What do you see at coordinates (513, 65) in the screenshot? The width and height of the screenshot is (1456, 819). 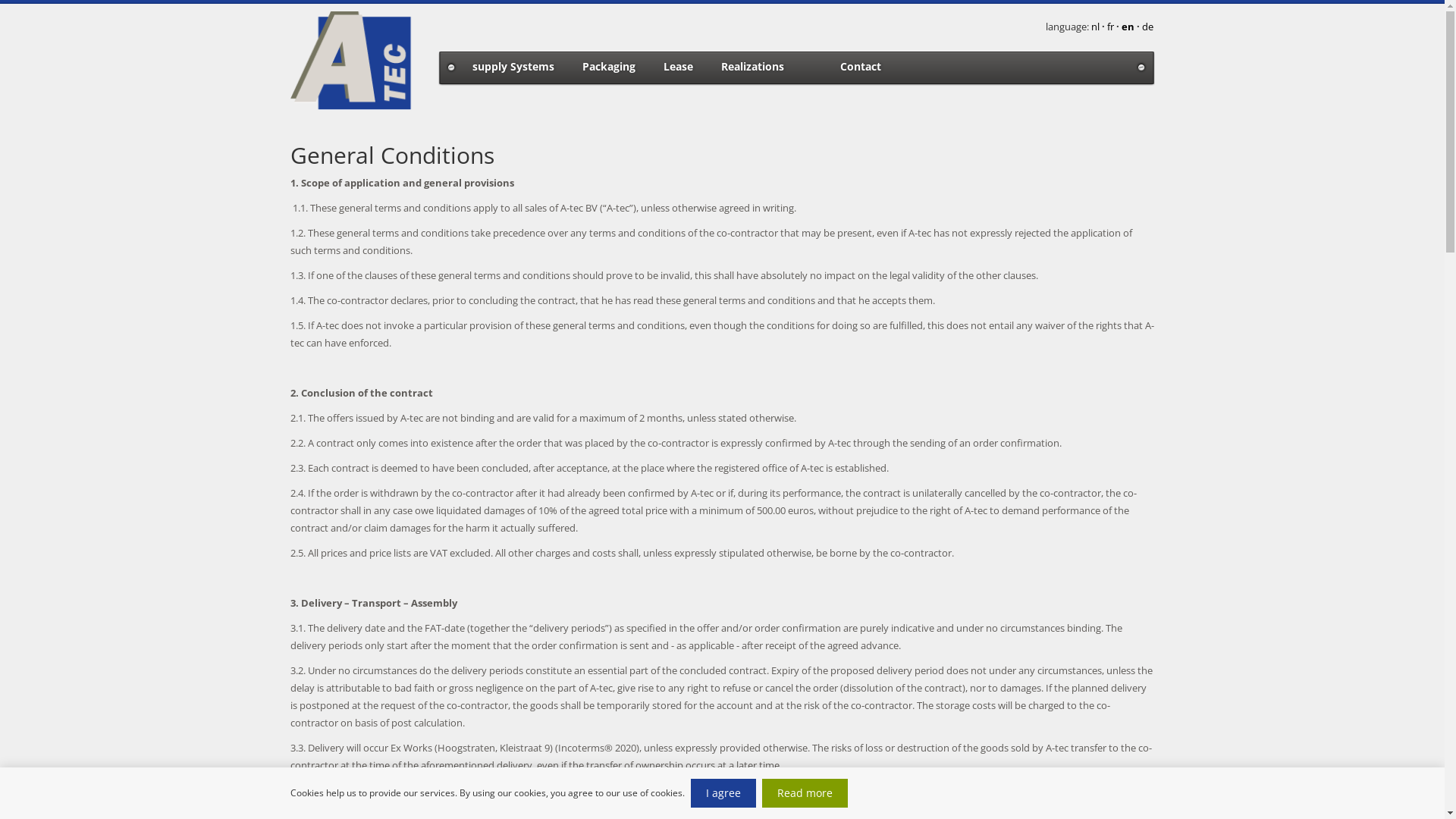 I see `'supply Systems'` at bounding box center [513, 65].